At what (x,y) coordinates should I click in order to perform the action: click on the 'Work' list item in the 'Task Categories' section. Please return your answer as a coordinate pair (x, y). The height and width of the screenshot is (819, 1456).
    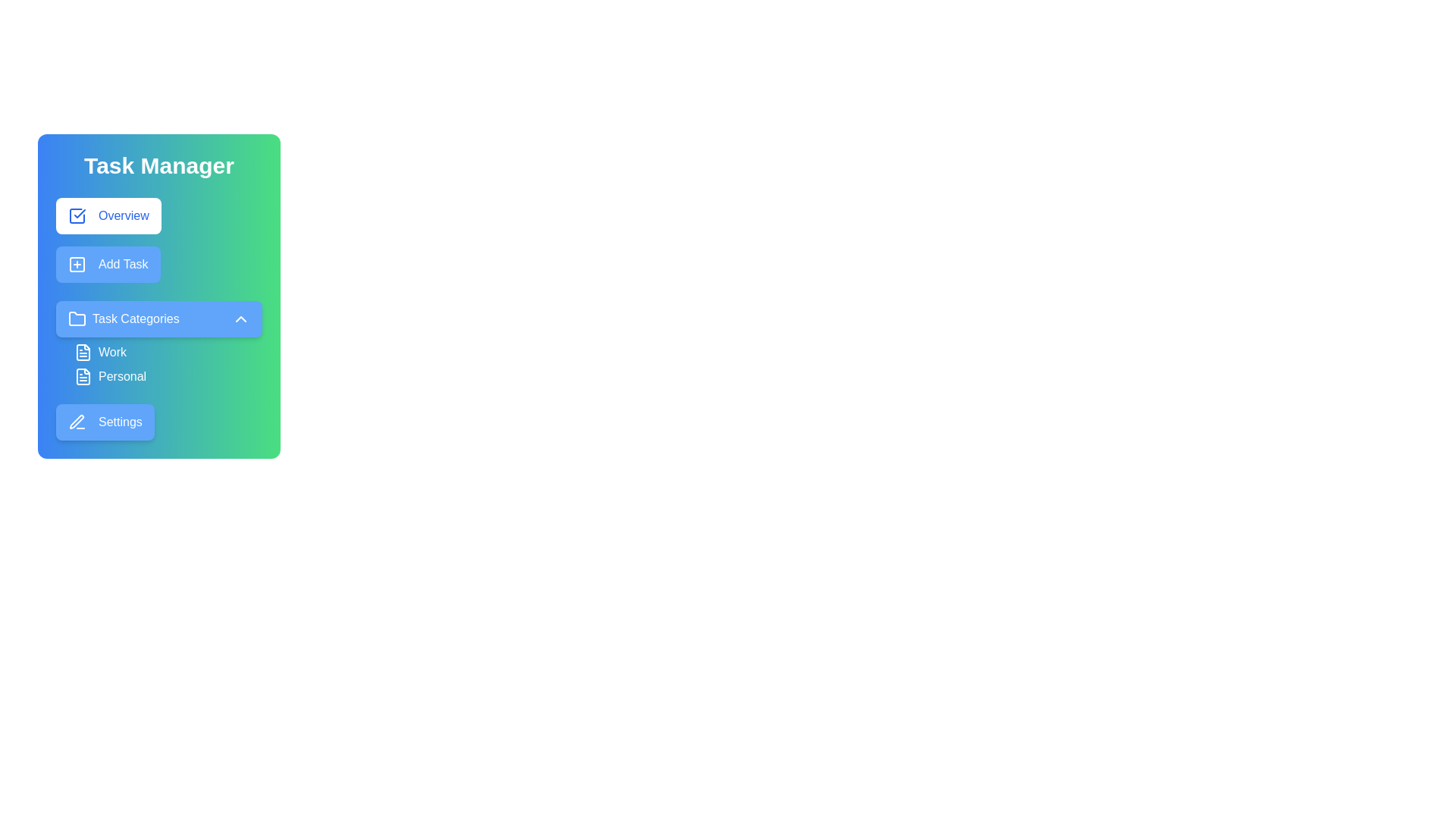
    Looking at the image, I should click on (168, 353).